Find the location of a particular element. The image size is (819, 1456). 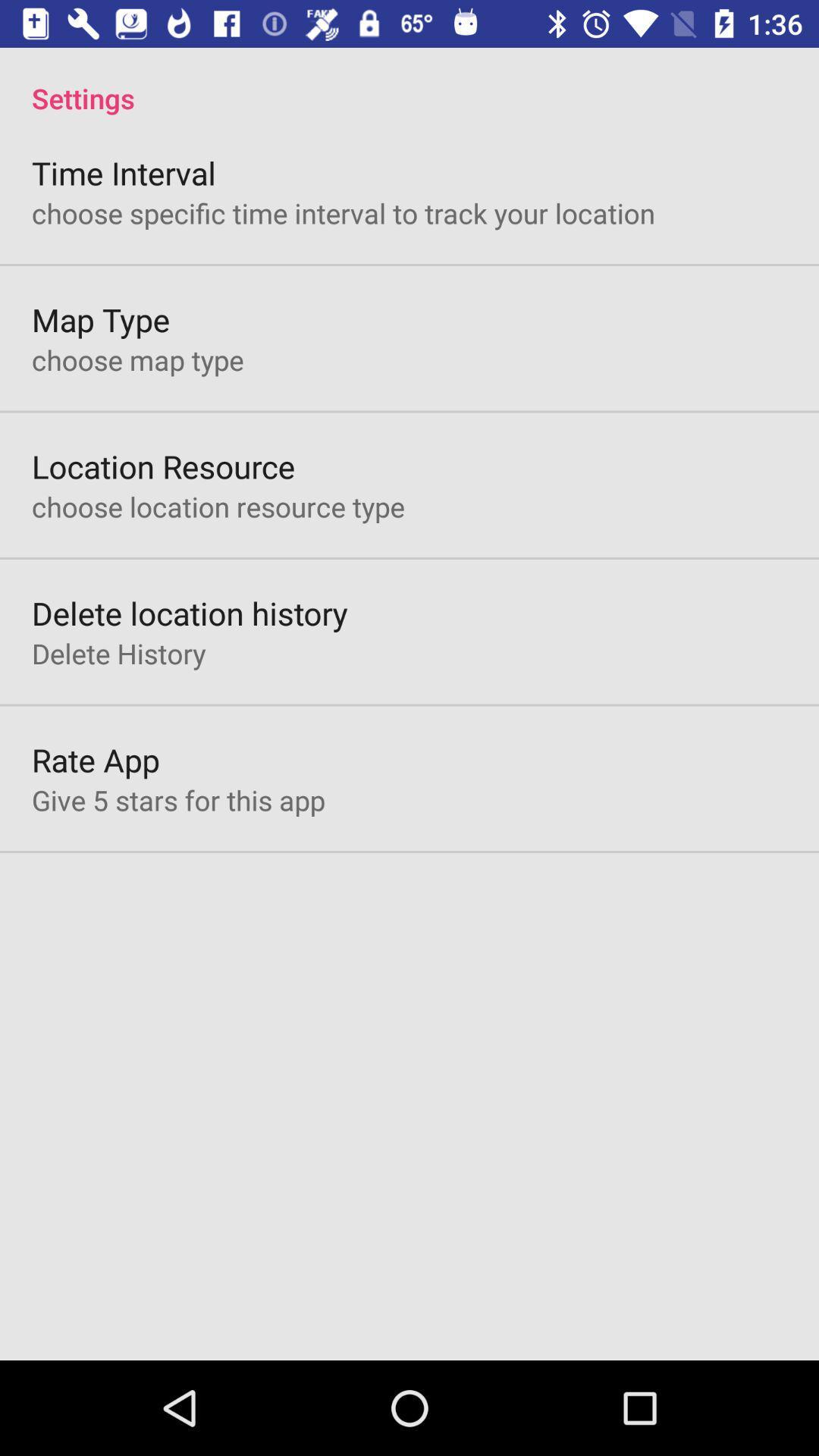

settings app is located at coordinates (409, 81).